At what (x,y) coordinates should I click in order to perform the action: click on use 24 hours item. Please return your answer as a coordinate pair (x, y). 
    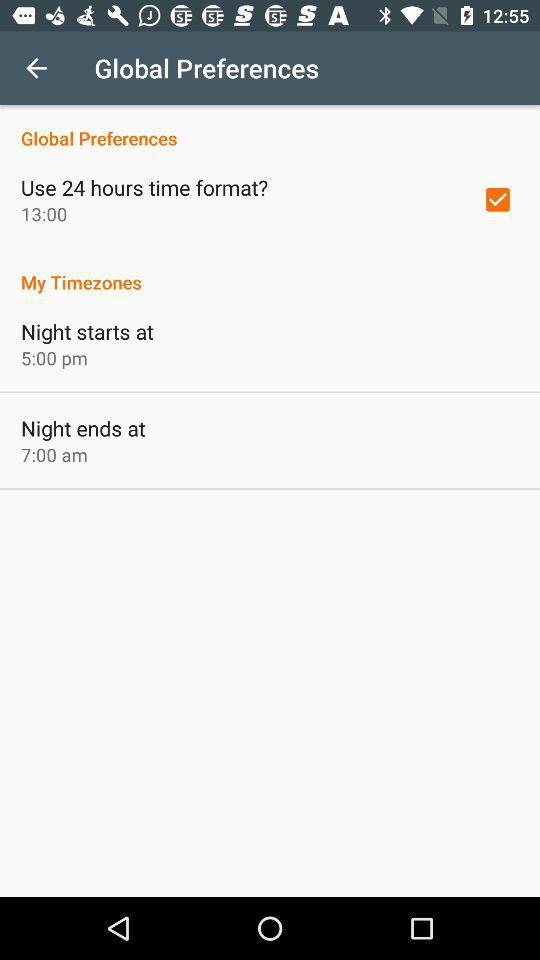
    Looking at the image, I should click on (143, 187).